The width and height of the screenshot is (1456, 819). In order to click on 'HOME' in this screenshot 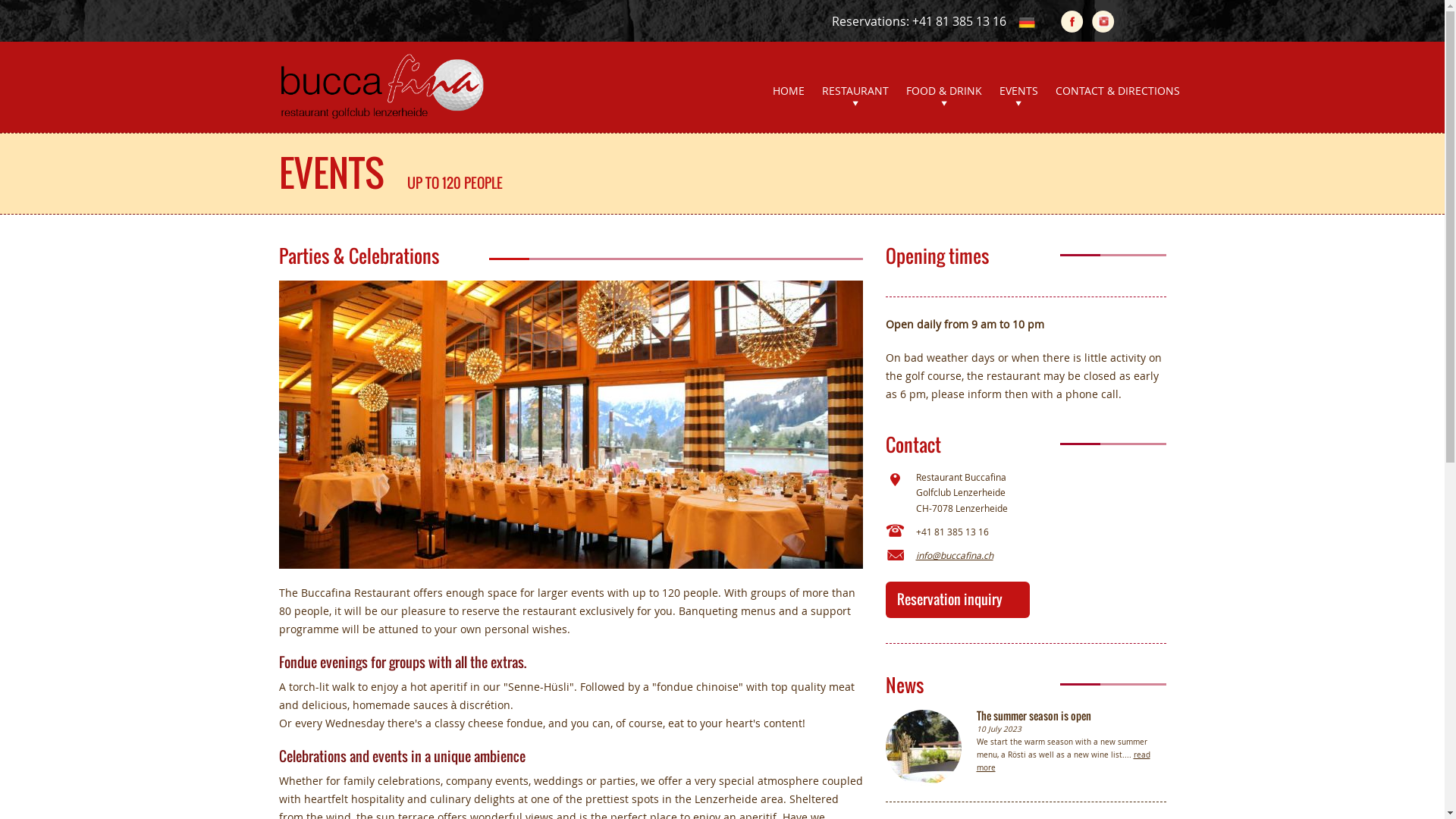, I will do `click(787, 99)`.